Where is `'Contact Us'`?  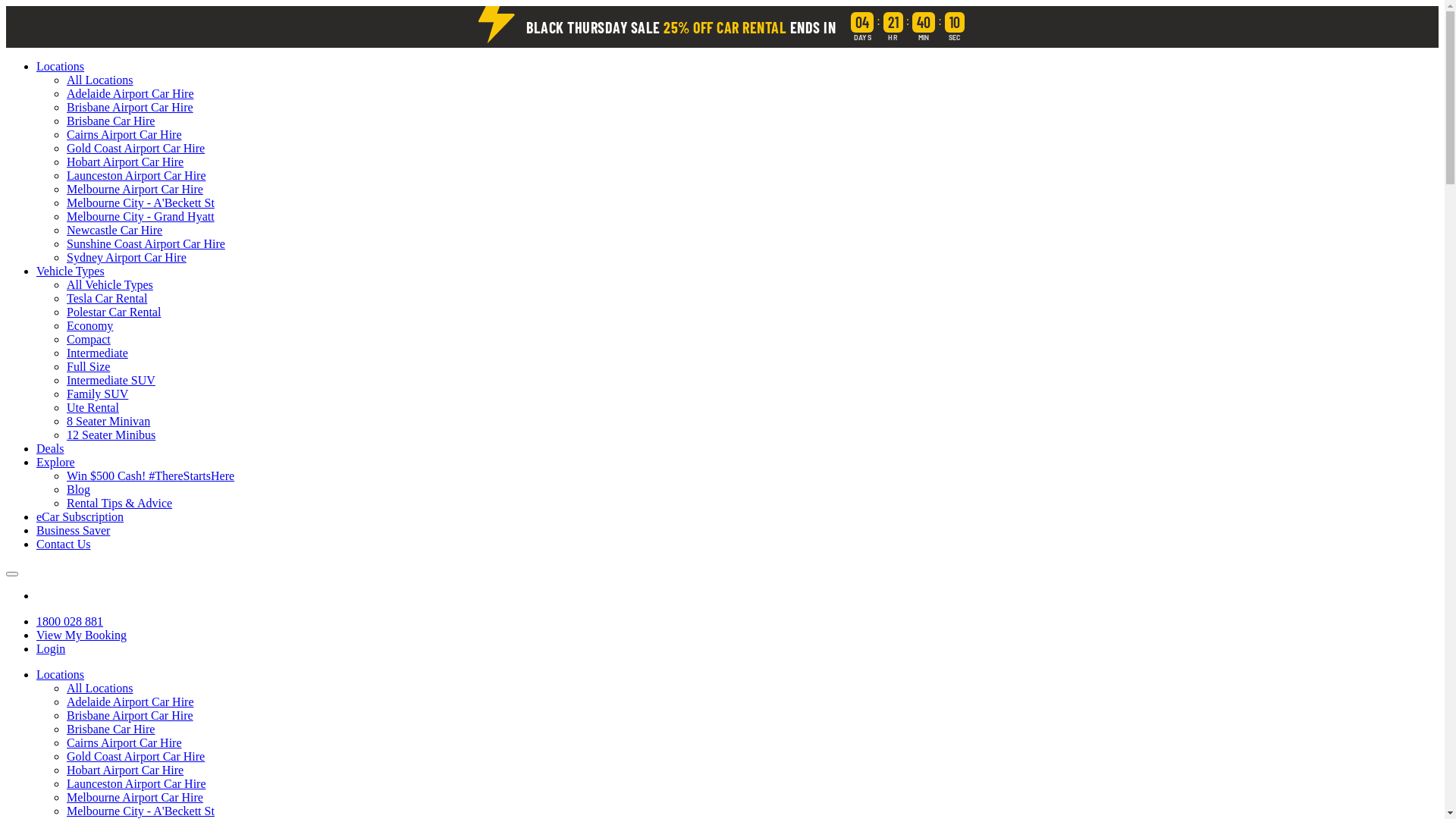 'Contact Us' is located at coordinates (62, 543).